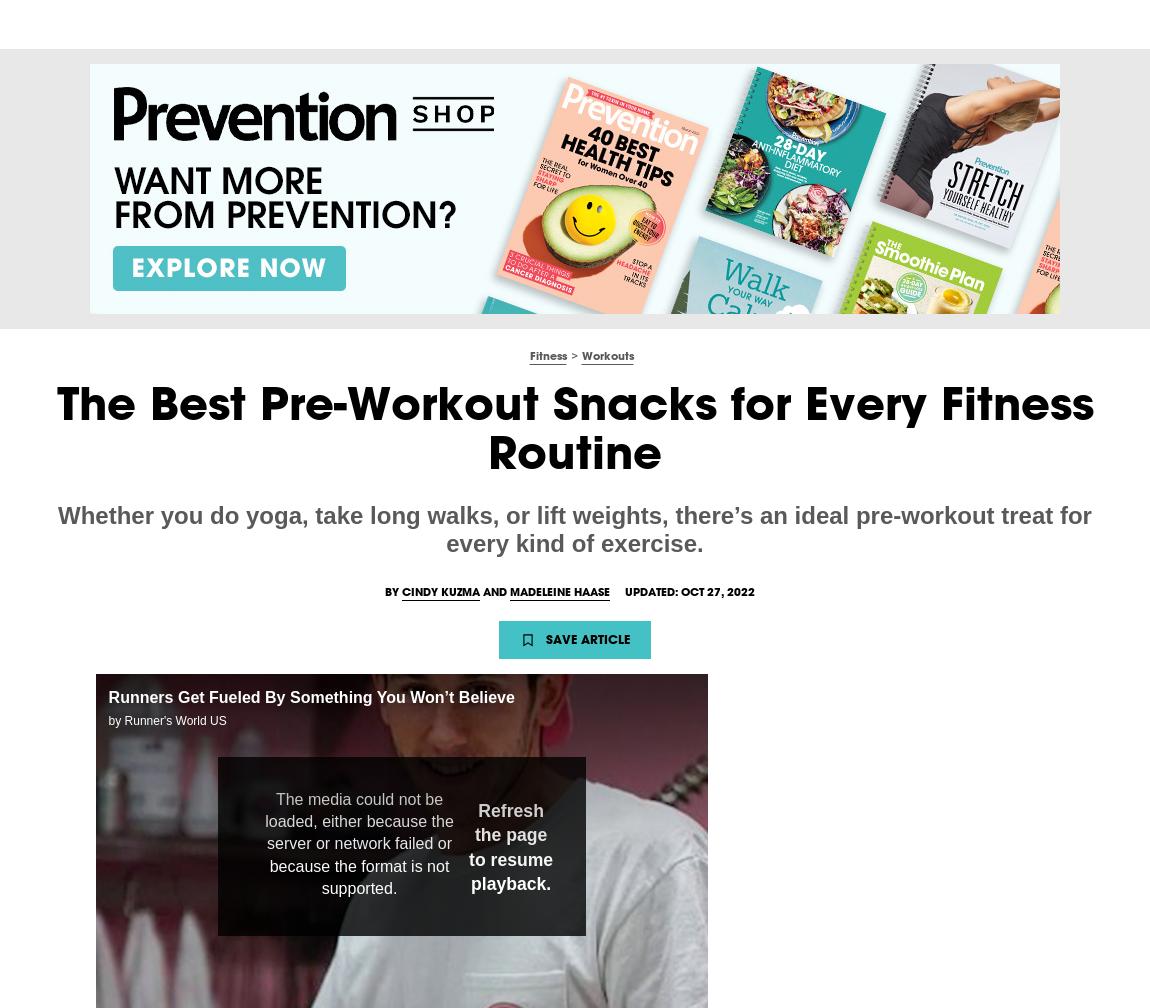 This screenshot has width=1150, height=1008. What do you see at coordinates (205, 157) in the screenshot?
I see `'Madeleine,'` at bounding box center [205, 157].